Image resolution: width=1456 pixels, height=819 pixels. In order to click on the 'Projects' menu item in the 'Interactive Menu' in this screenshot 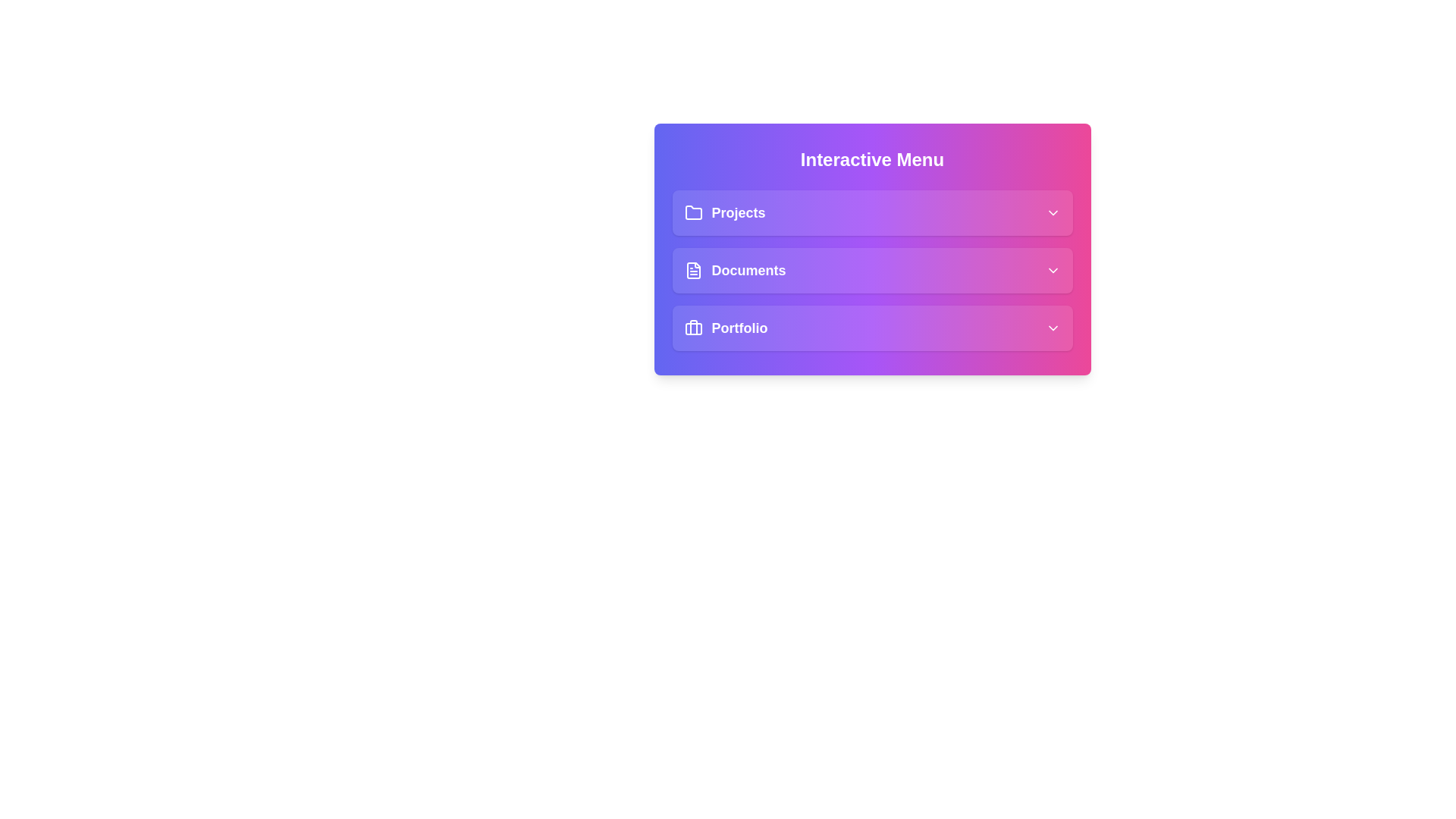, I will do `click(723, 213)`.